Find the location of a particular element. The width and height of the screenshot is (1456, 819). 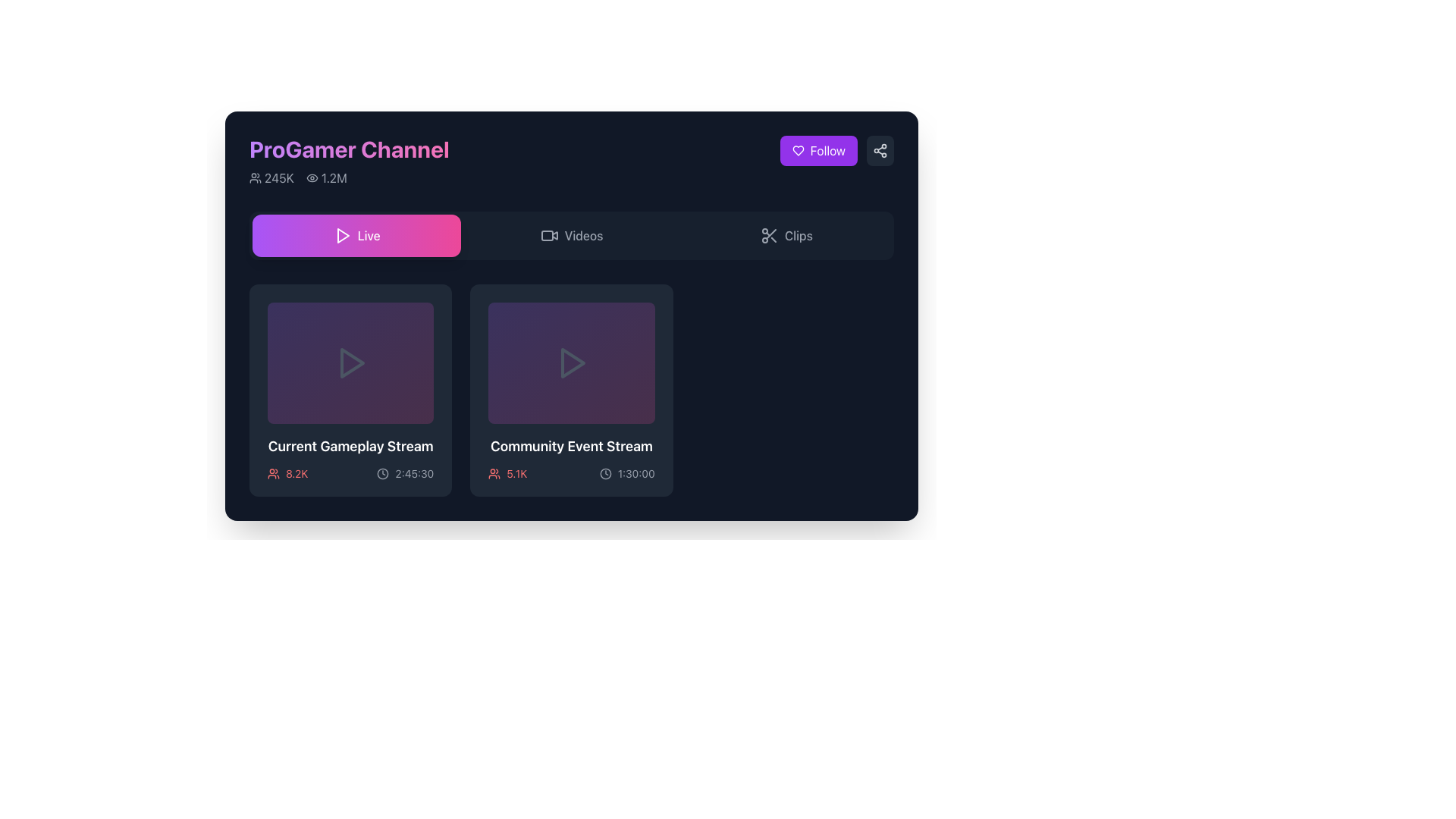

the user engagement icon located in the lower section of the right card, next to the text '5.1K', which indicates the number of viewers for the associated content is located at coordinates (494, 472).